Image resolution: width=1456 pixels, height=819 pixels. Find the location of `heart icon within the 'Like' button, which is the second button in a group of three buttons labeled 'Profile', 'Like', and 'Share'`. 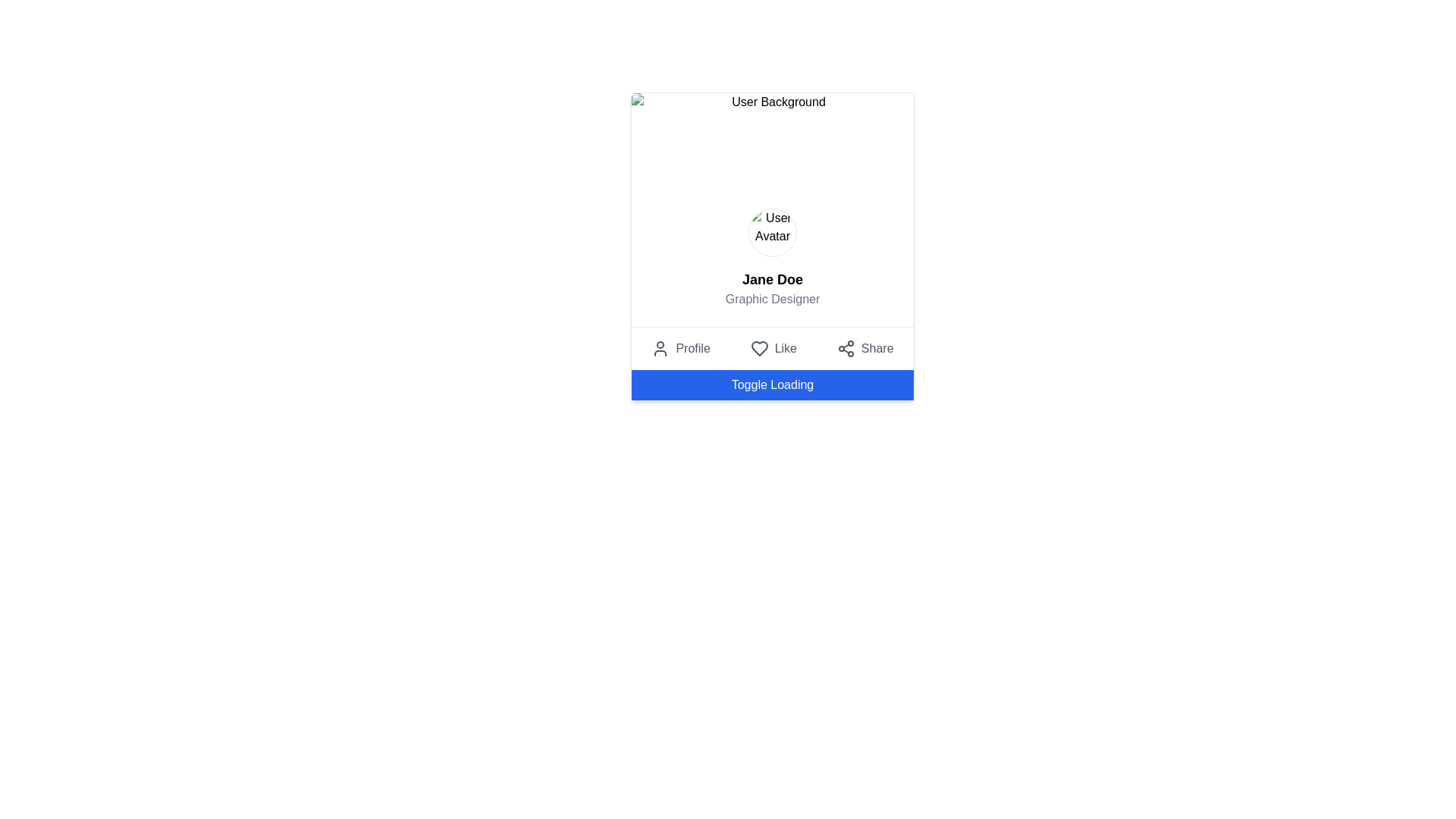

heart icon within the 'Like' button, which is the second button in a group of three buttons labeled 'Profile', 'Like', and 'Share' is located at coordinates (759, 348).